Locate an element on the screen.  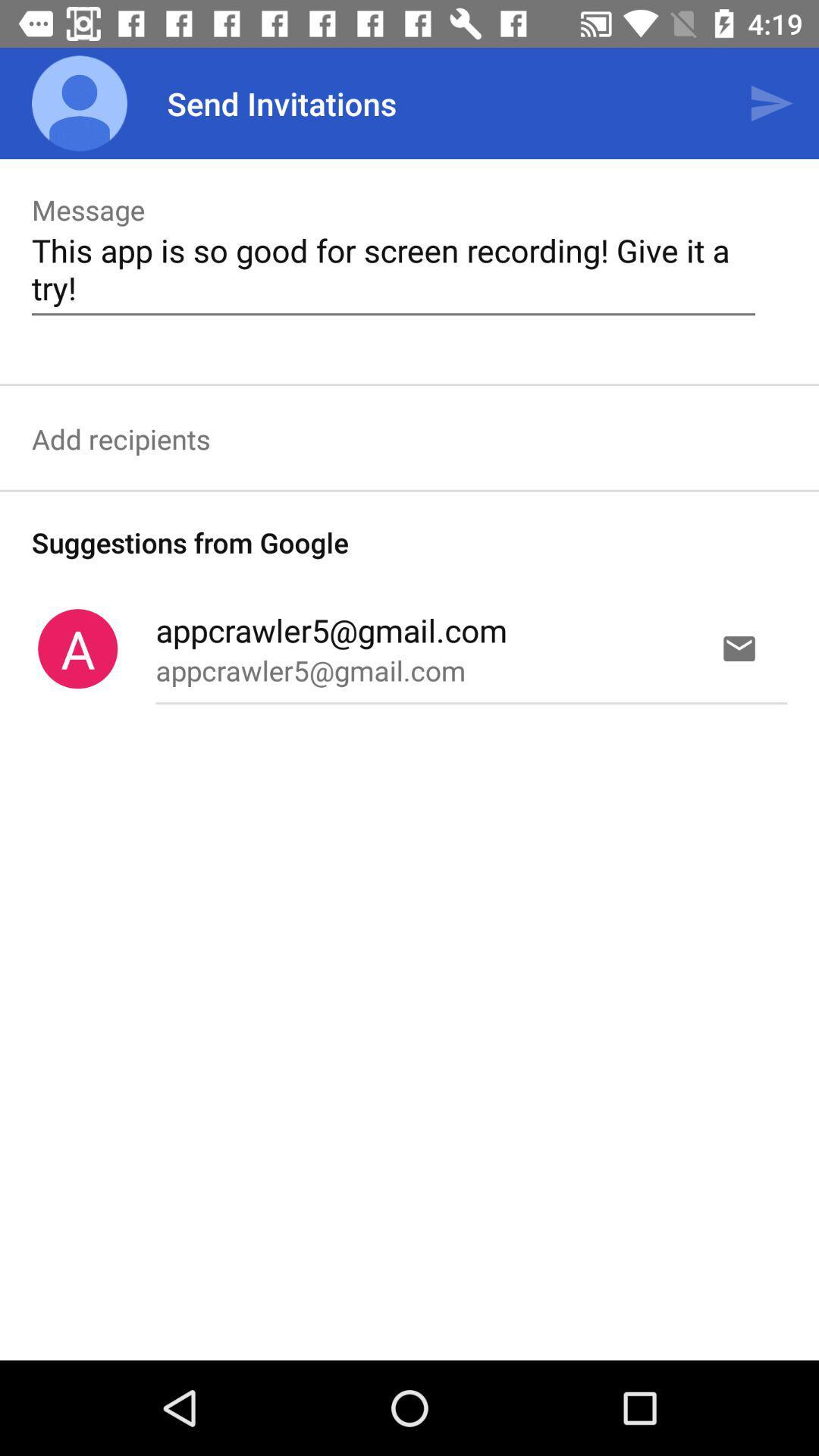
the text which is written below the message is located at coordinates (393, 269).